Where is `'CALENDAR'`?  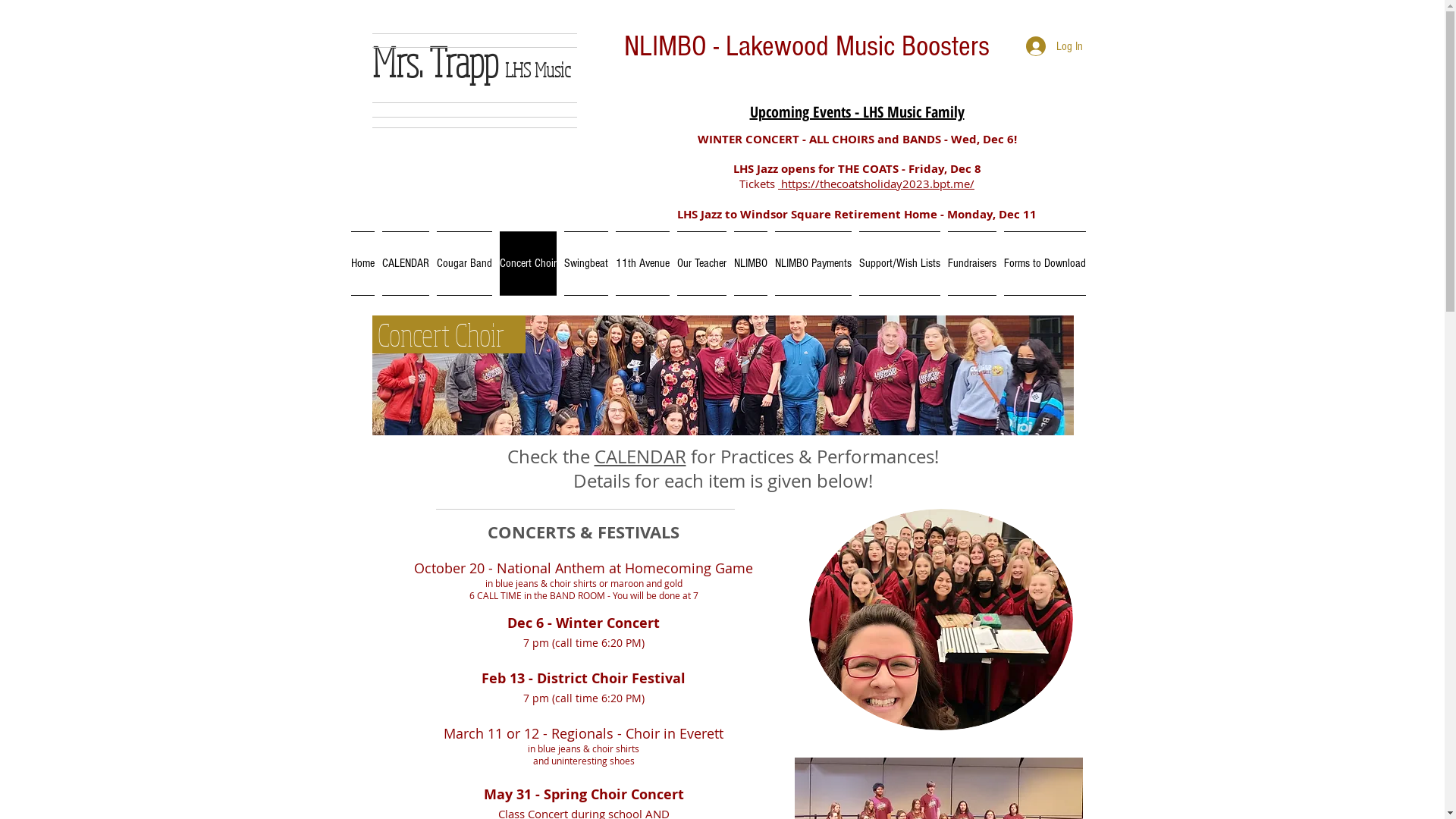 'CALENDAR' is located at coordinates (404, 262).